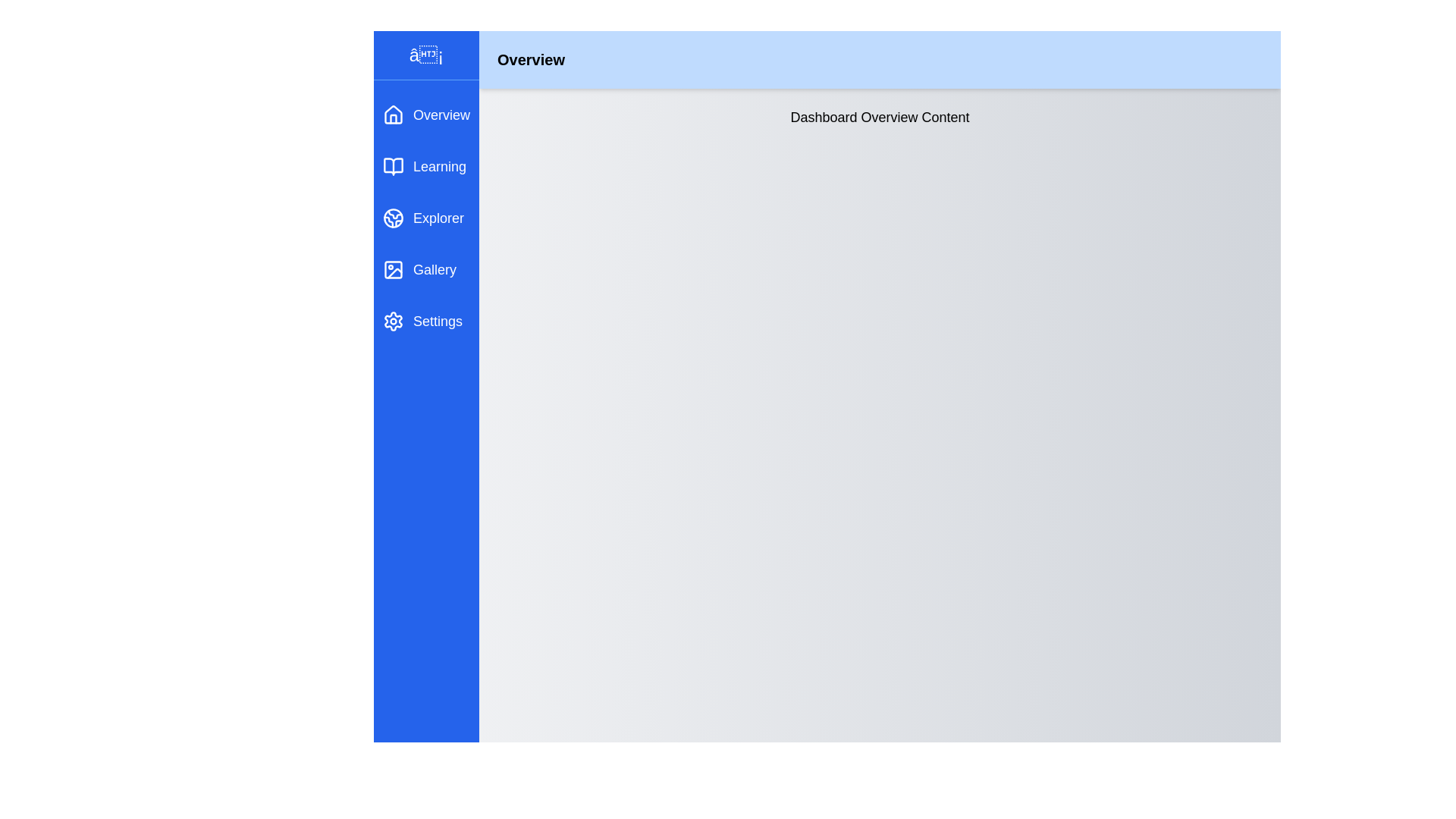  What do you see at coordinates (393, 114) in the screenshot?
I see `the white house icon located at the top of the vertical navigation bar` at bounding box center [393, 114].